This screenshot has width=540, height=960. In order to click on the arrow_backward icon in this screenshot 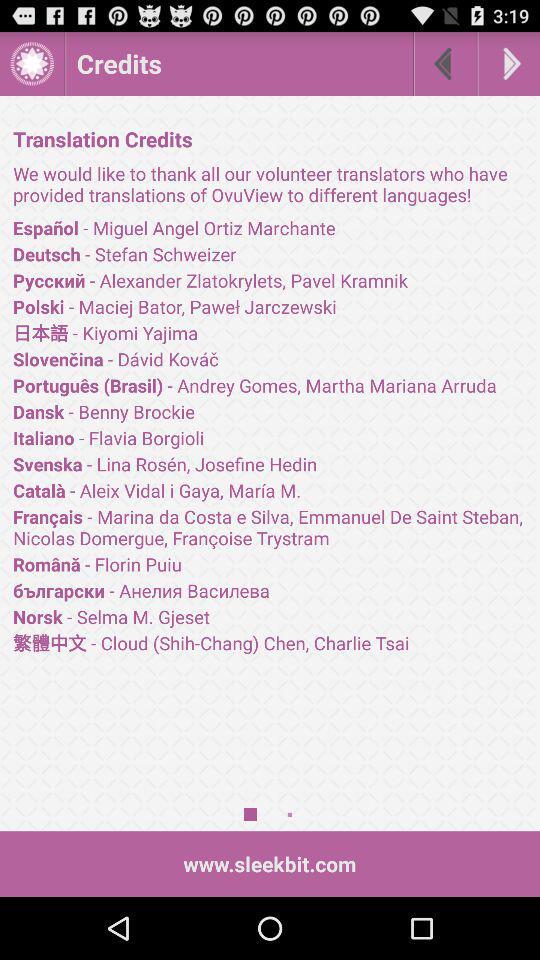, I will do `click(445, 68)`.